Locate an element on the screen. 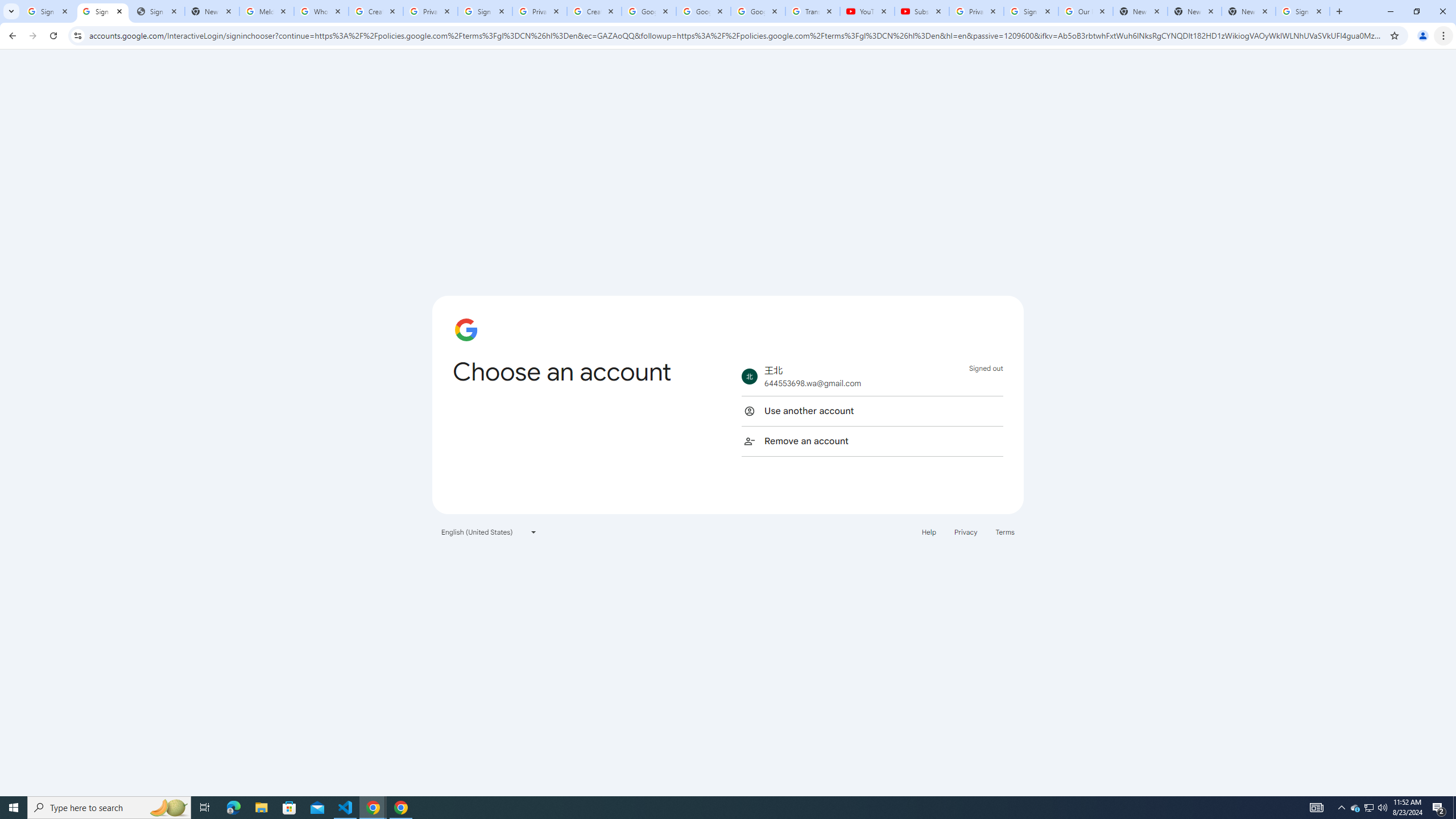 This screenshot has width=1456, height=819. 'New Tab' is located at coordinates (1249, 11).